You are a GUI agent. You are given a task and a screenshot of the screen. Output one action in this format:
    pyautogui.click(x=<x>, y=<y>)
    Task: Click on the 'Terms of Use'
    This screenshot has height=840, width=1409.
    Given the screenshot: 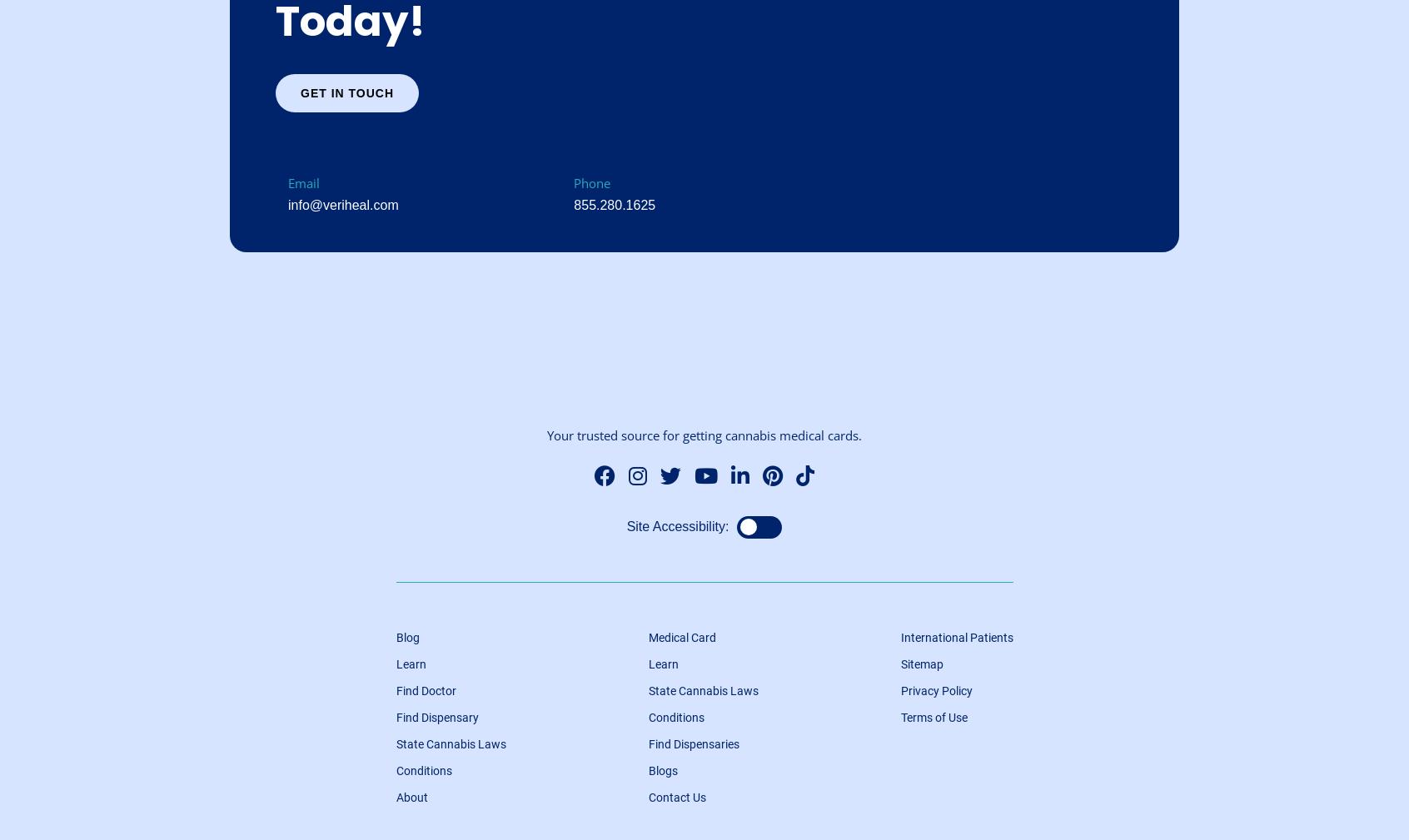 What is the action you would take?
    pyautogui.click(x=933, y=717)
    